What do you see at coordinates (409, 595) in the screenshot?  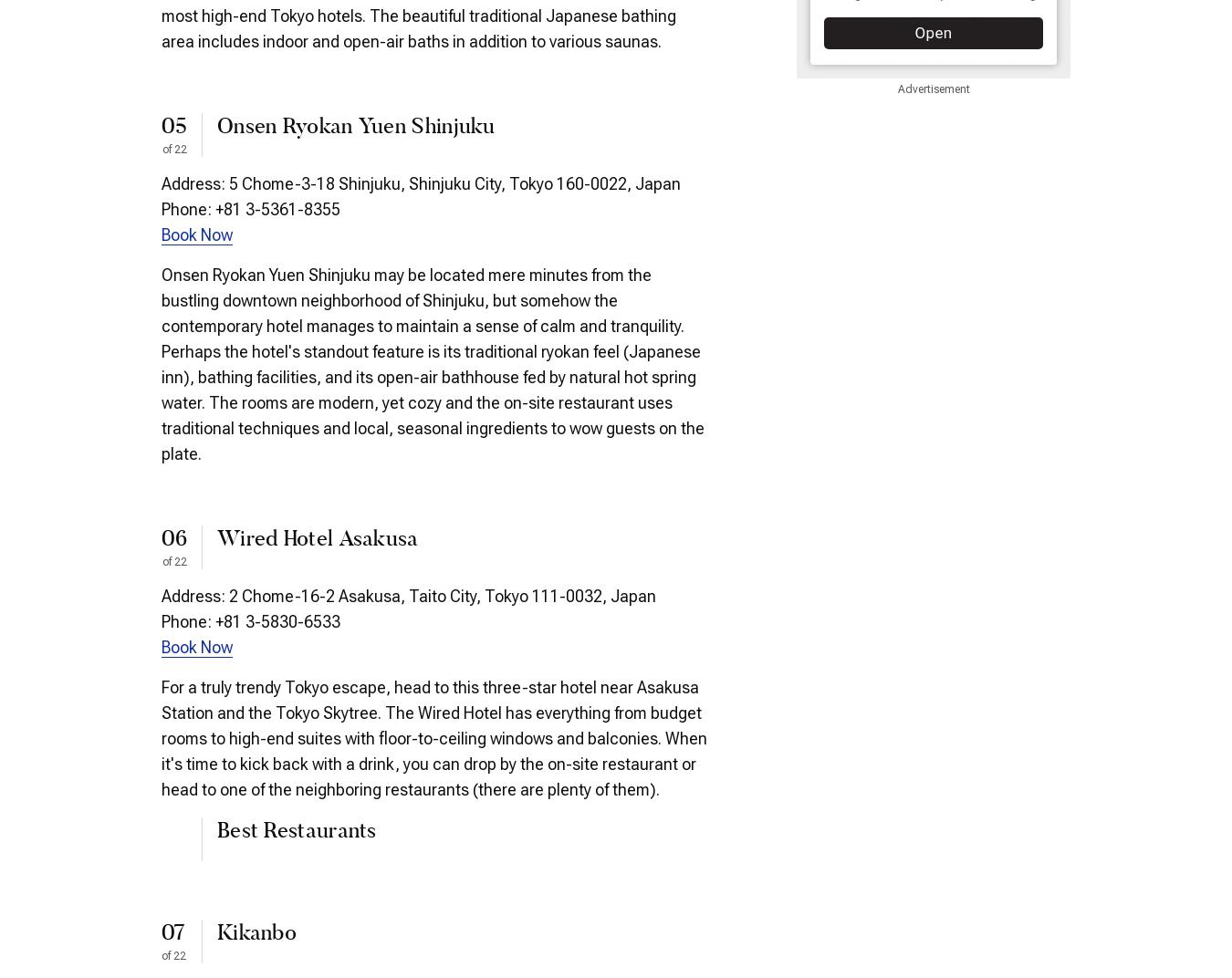 I see `'Address: 2 Chome-16-2 Asakusa, Taito City, Tokyo 111-0032, Japan'` at bounding box center [409, 595].